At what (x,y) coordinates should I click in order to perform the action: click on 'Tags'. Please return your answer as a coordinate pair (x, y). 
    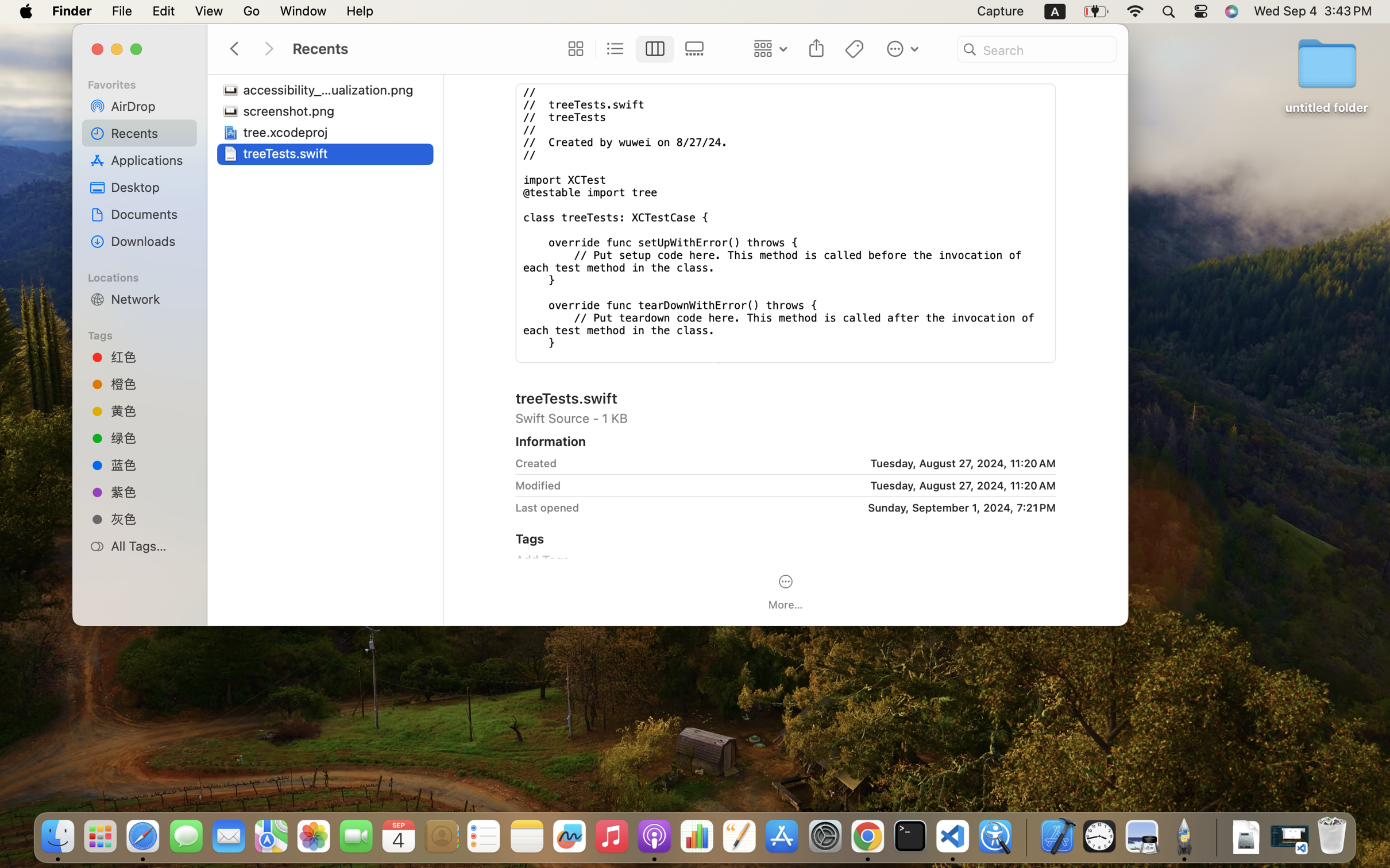
    Looking at the image, I should click on (144, 333).